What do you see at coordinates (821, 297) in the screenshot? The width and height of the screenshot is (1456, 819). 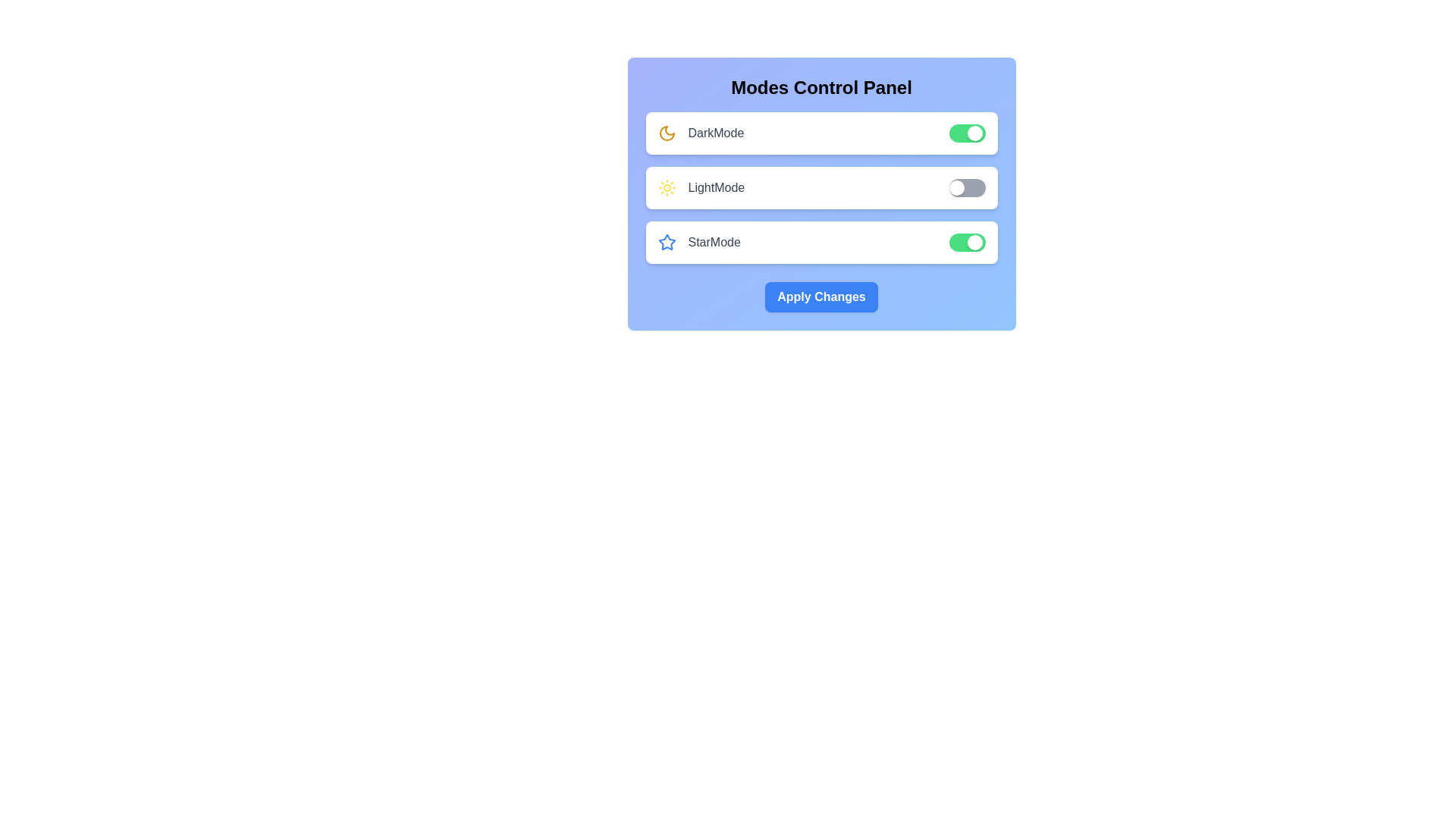 I see `the 'Apply Changes' button to apply the selected mode changes` at bounding box center [821, 297].